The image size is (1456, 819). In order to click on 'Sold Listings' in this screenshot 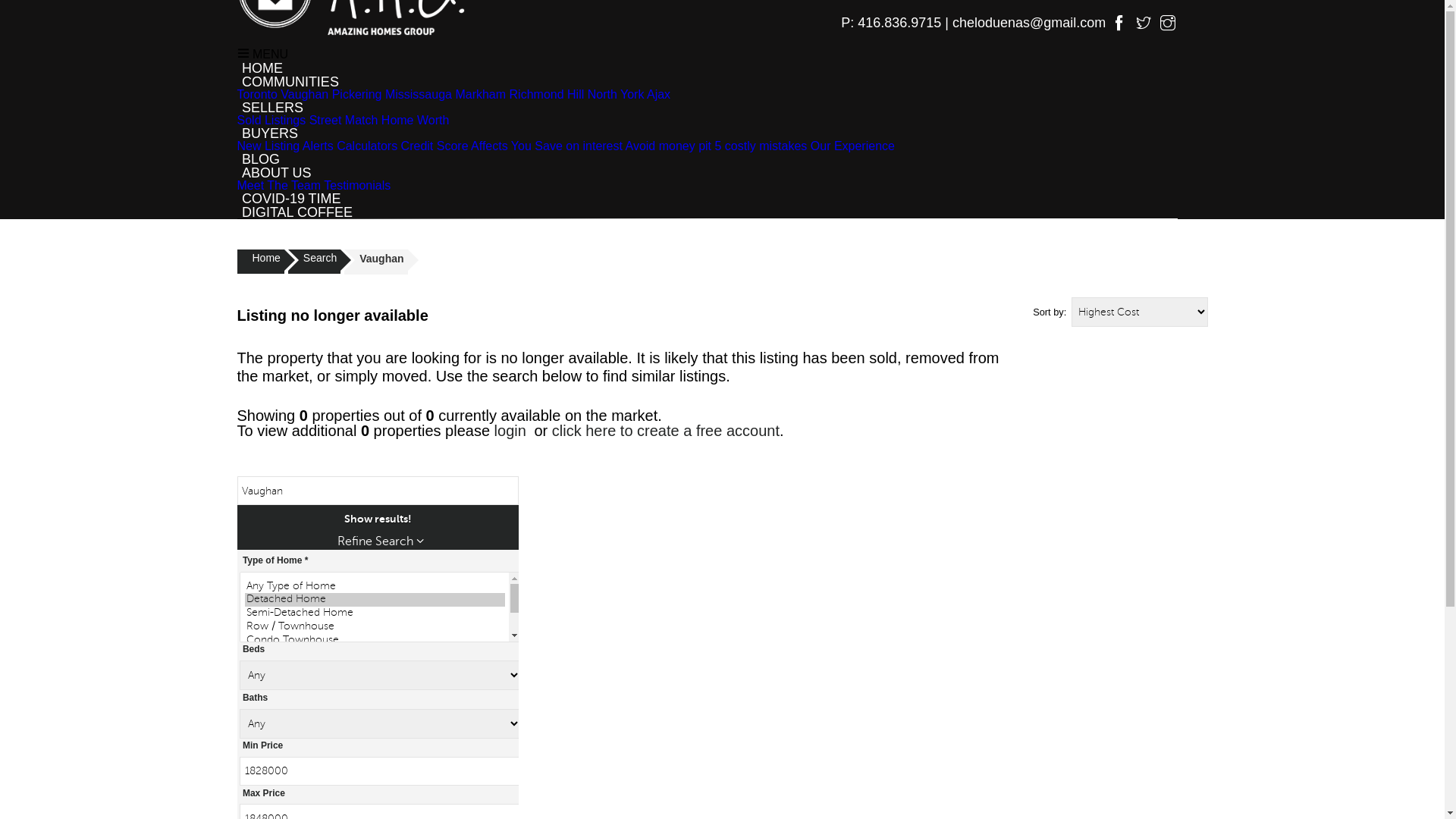, I will do `click(236, 119)`.